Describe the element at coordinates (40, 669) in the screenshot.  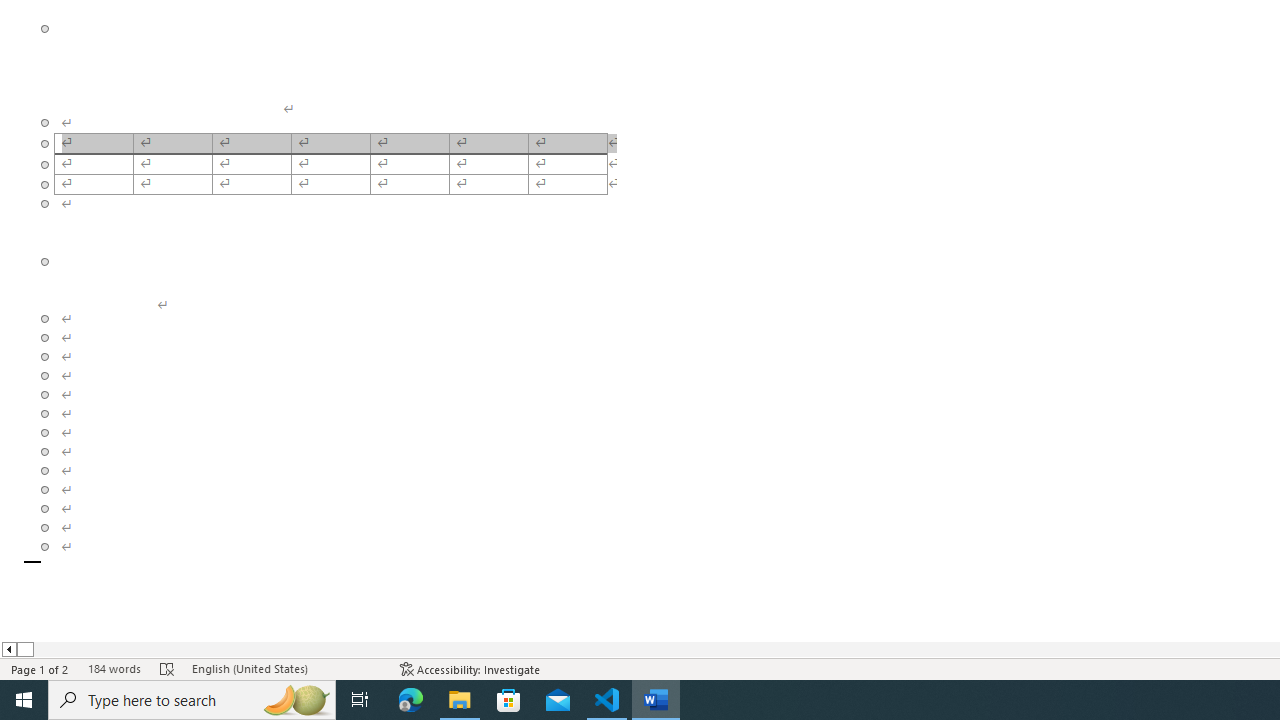
I see `'Page Number Page 1 of 2'` at that location.